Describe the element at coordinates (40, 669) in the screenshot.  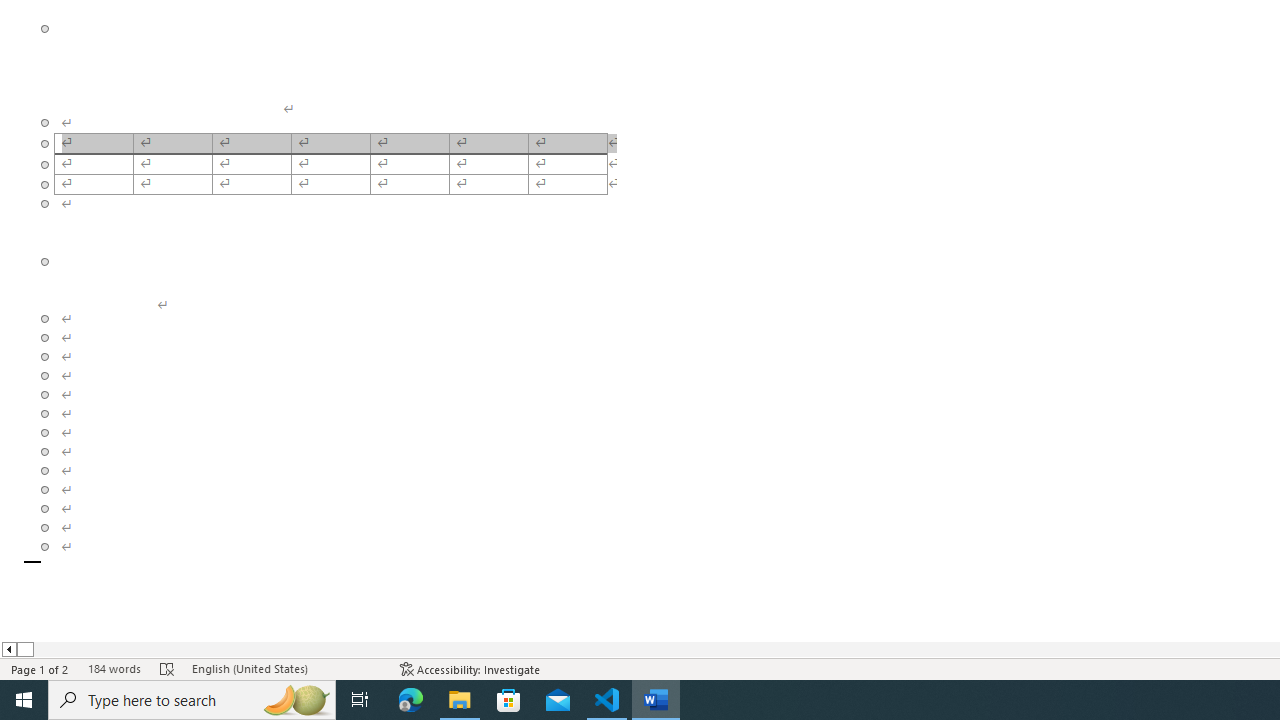
I see `'Page Number Page 1 of 2'` at that location.